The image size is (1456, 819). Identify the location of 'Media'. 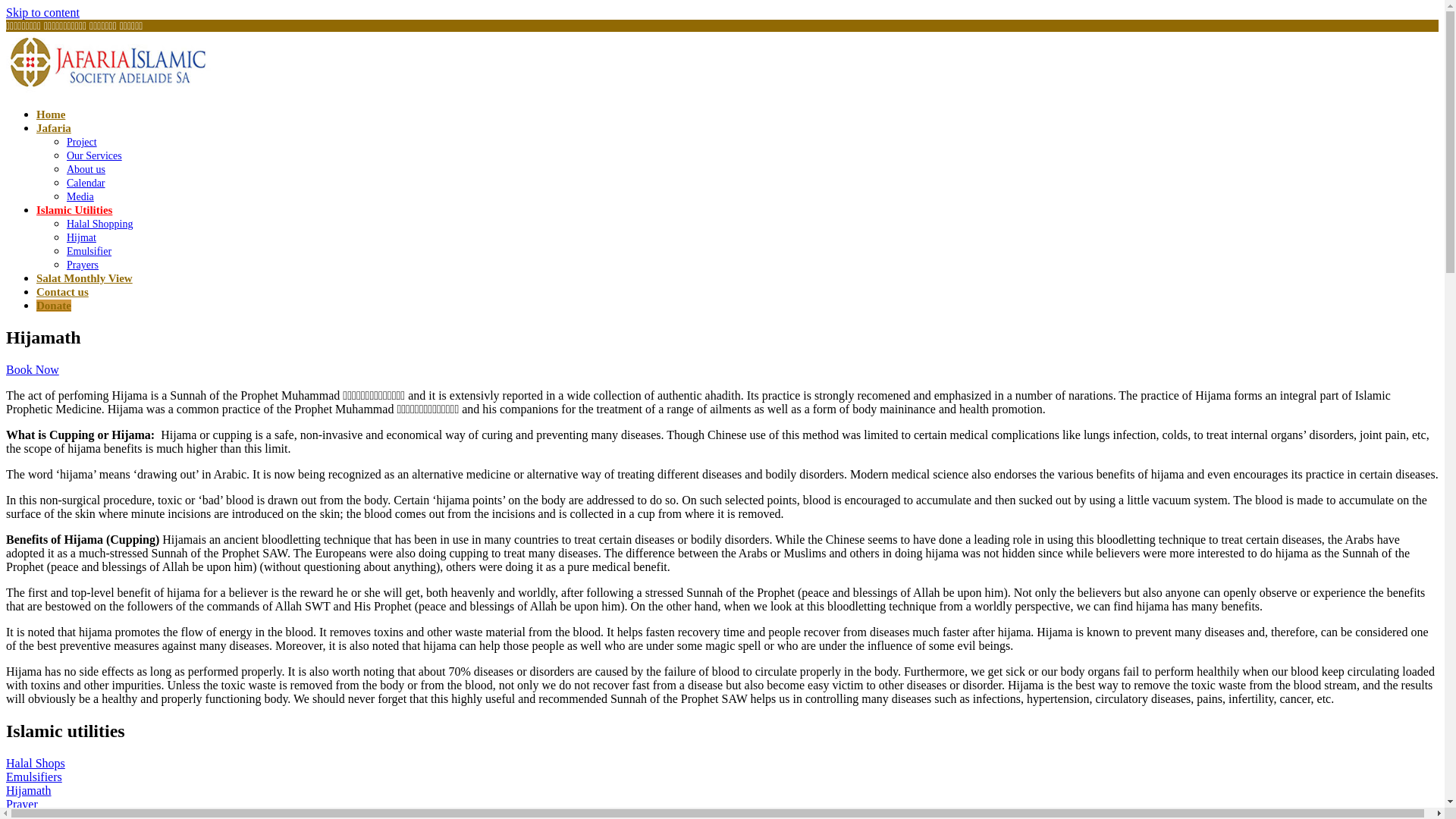
(79, 196).